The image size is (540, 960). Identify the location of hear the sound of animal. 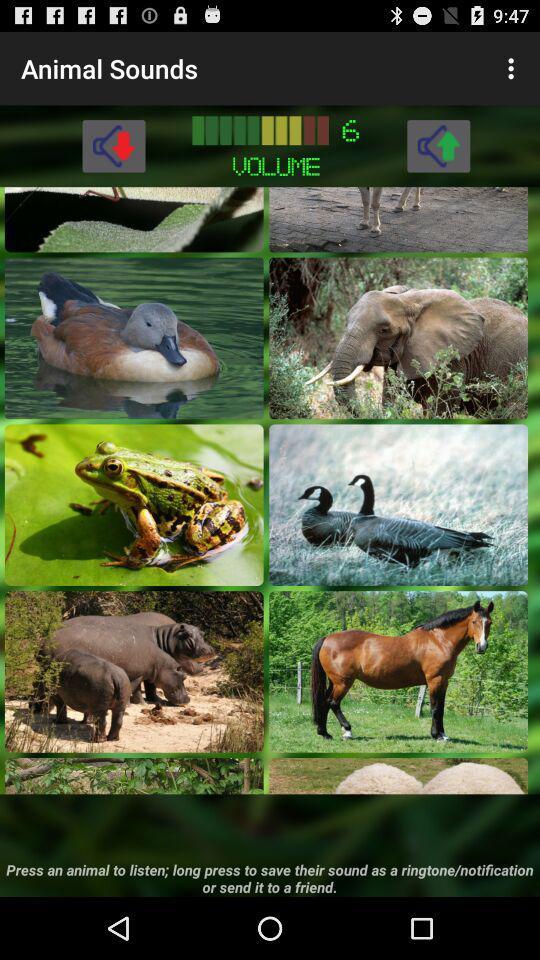
(398, 219).